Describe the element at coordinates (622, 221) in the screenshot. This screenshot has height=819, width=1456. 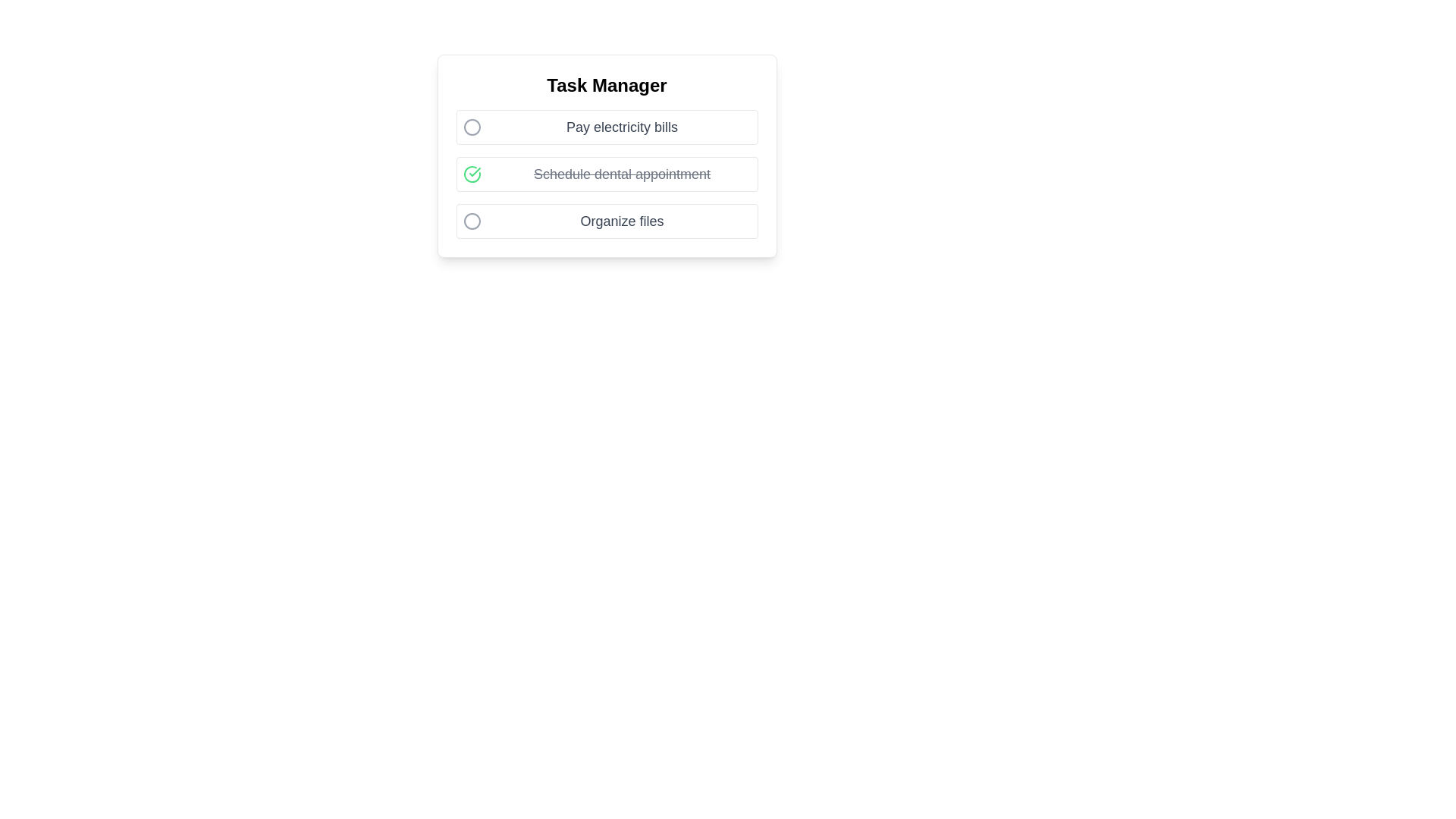
I see `text label 'Organize files' which is the third item in the task list of the 'Task Manager'` at that location.